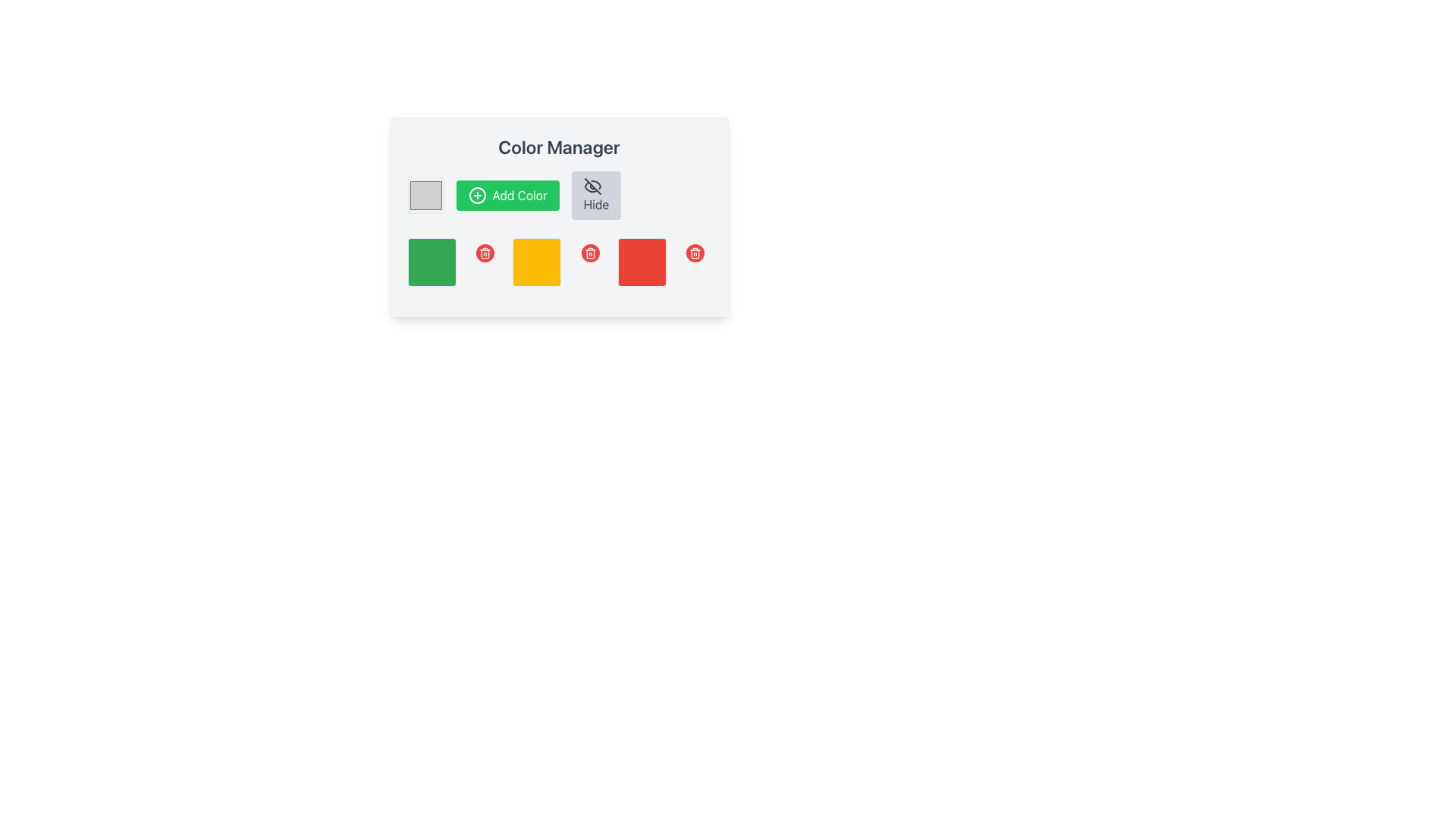 The image size is (1456, 819). I want to click on the red square block with rounded corners located in the bottom-right corner of the second row, so click(664, 262).